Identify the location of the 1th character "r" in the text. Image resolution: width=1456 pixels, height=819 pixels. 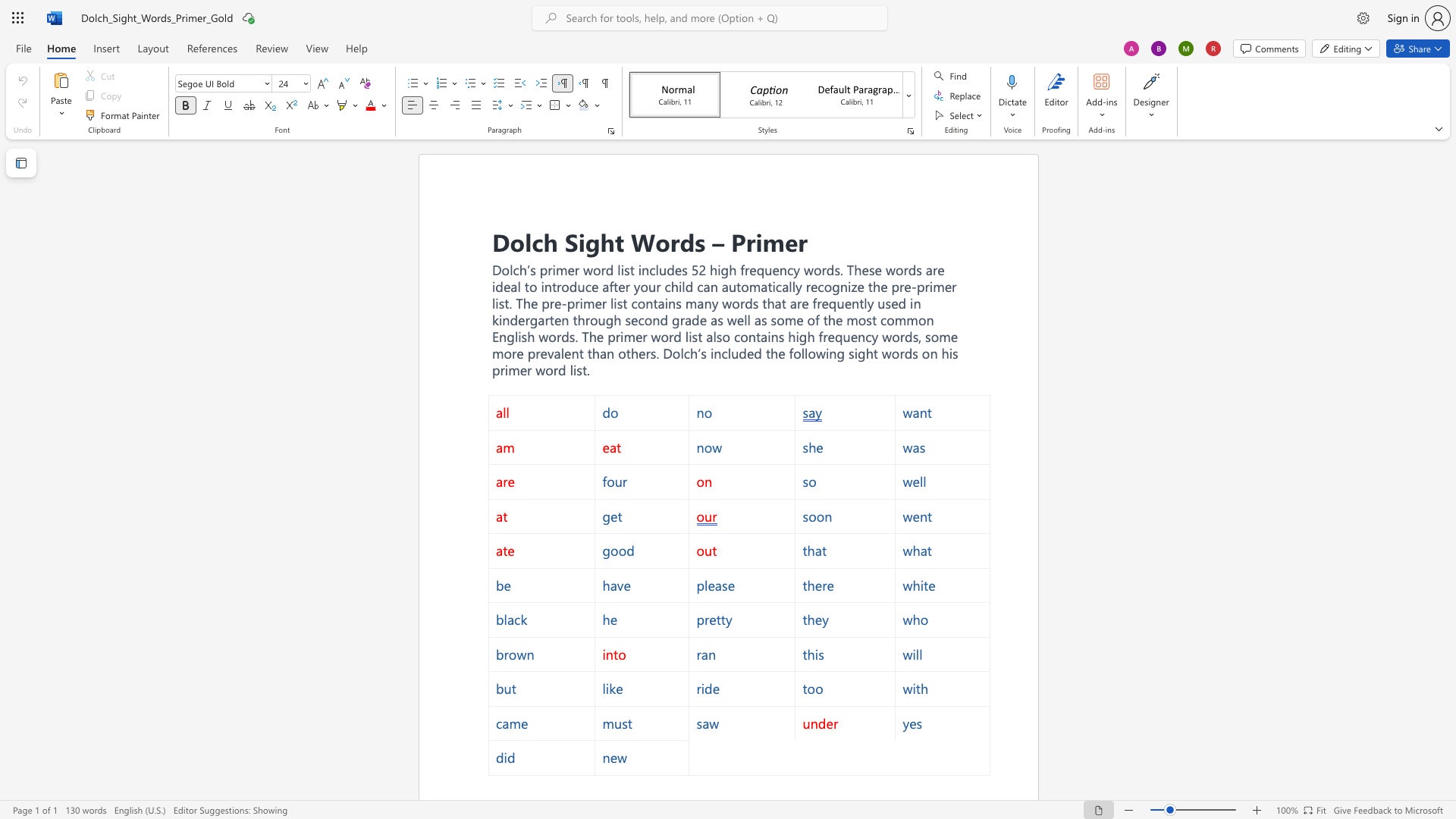
(818, 303).